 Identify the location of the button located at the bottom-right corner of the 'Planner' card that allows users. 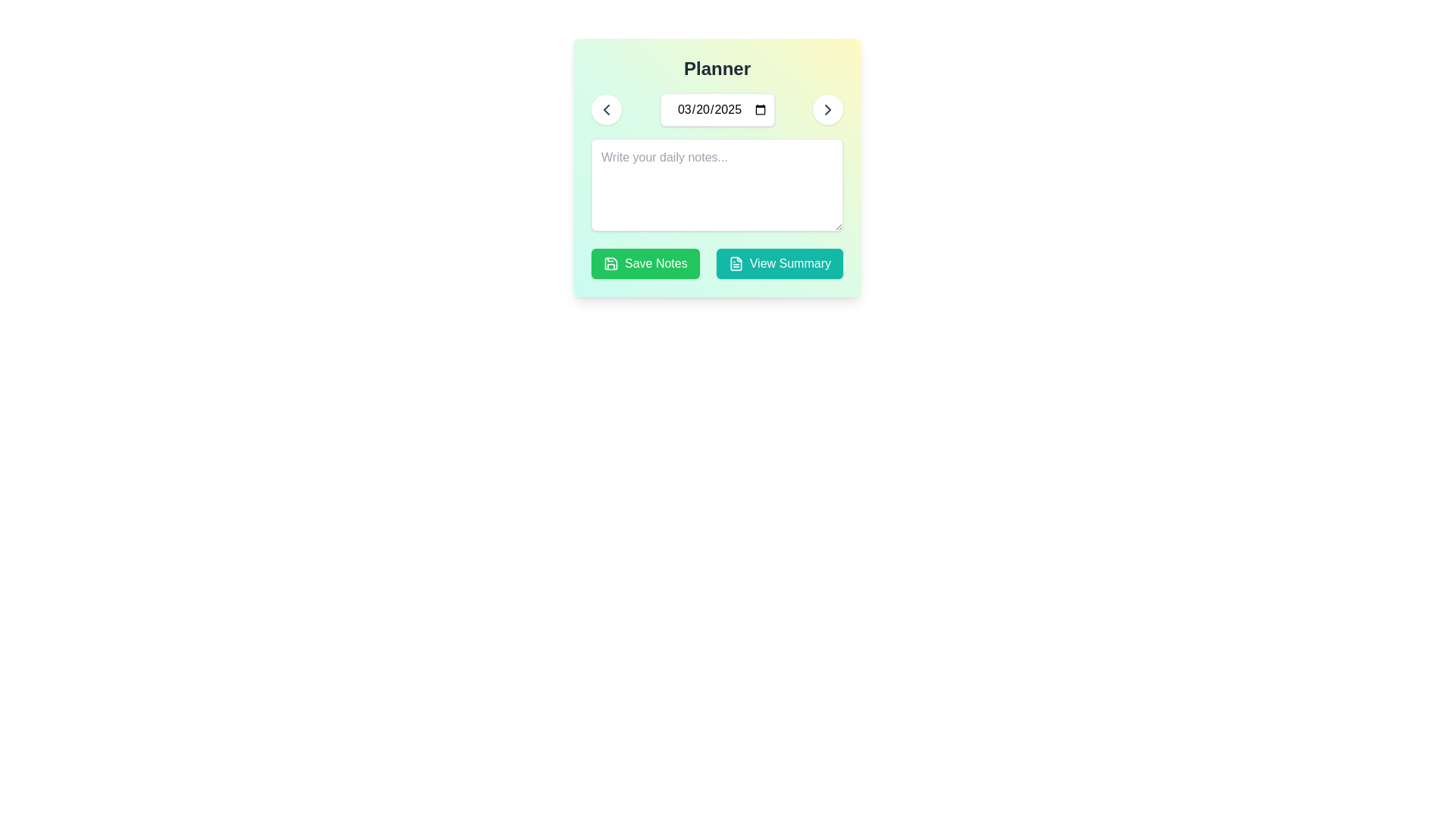
(780, 262).